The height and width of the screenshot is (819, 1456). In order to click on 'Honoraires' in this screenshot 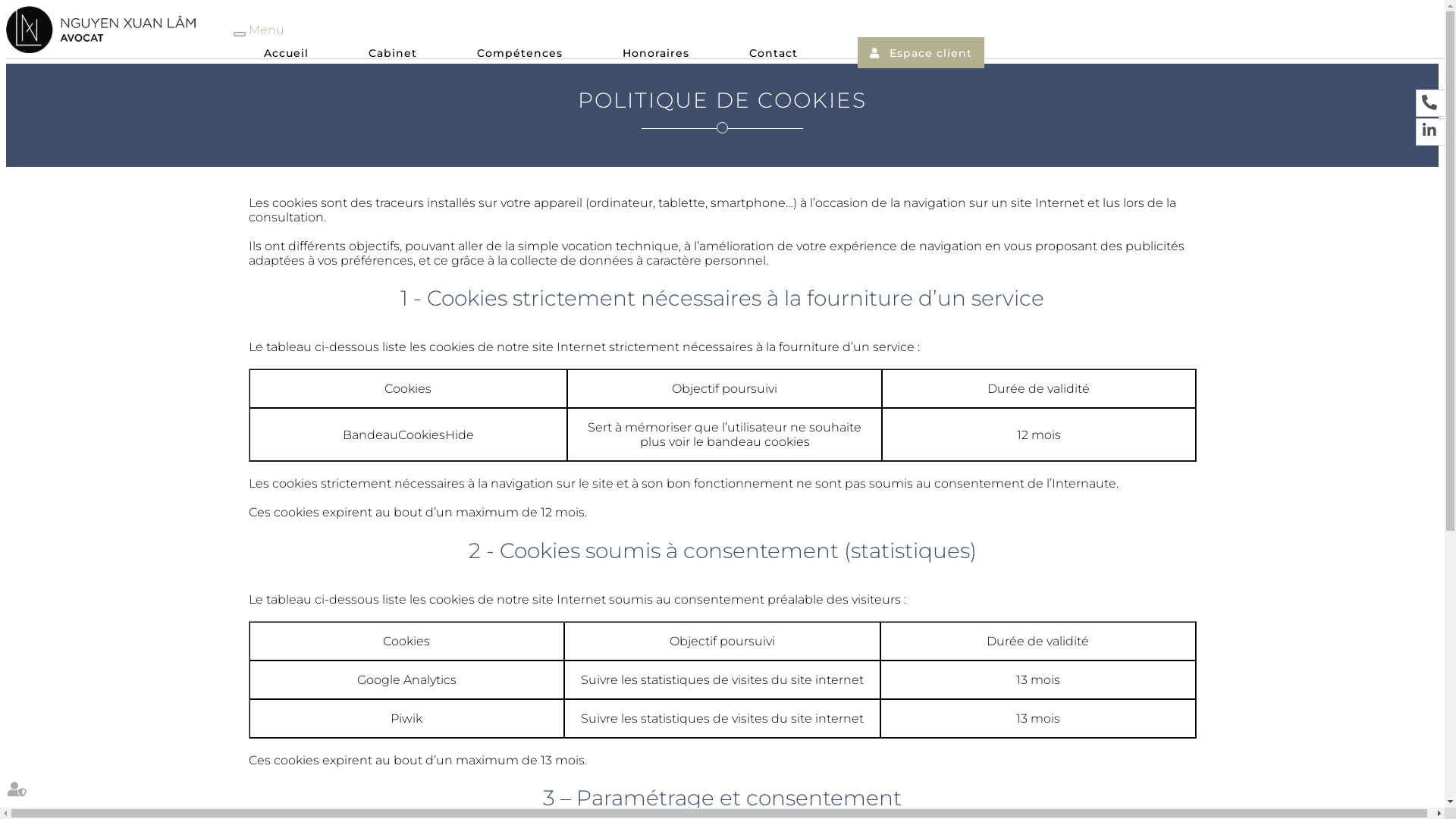, I will do `click(655, 55)`.